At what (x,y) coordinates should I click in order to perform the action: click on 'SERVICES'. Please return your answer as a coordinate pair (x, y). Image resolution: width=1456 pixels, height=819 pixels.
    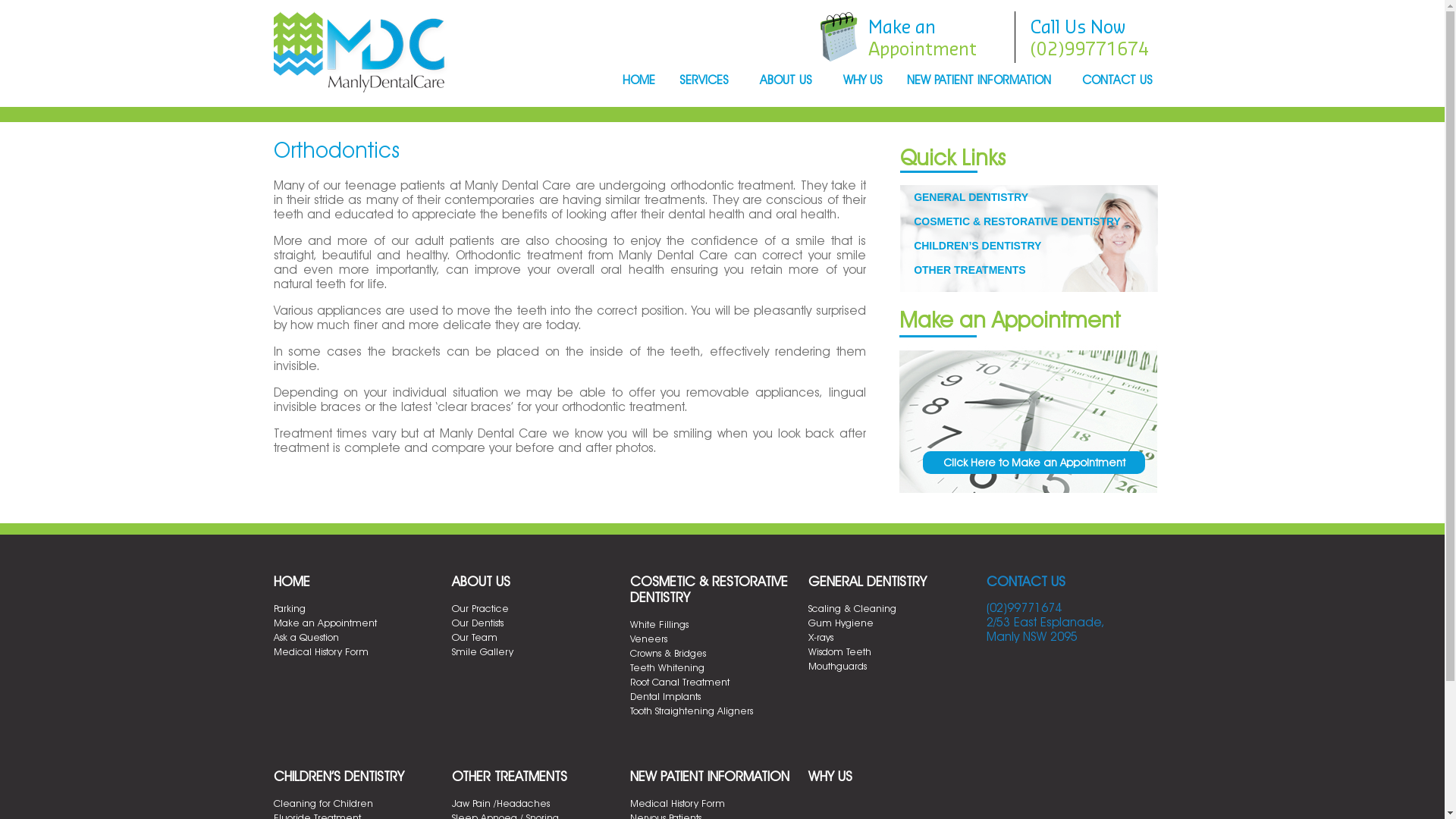
    Looking at the image, I should click on (706, 81).